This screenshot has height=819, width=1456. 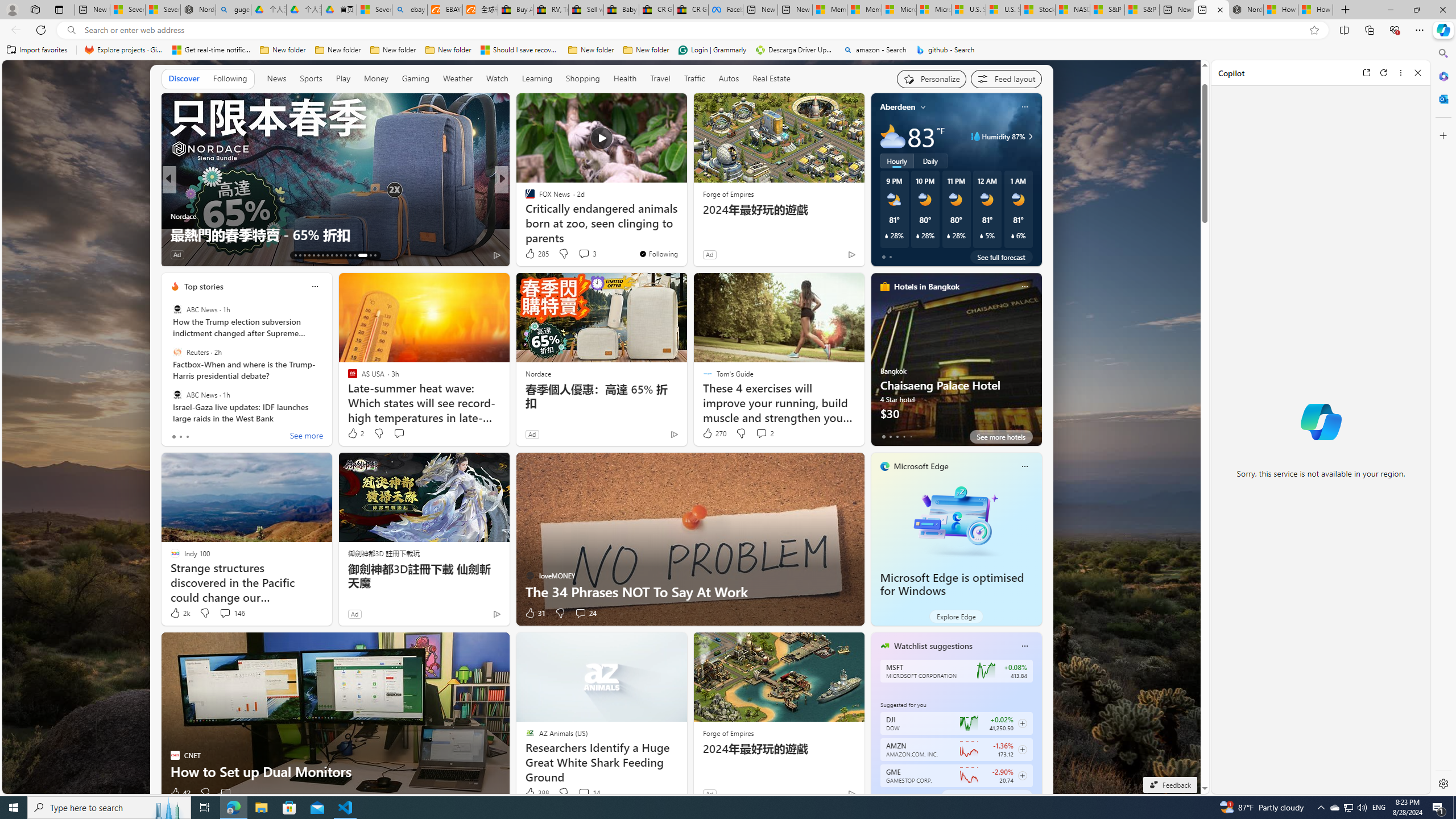 What do you see at coordinates (531, 254) in the screenshot?
I see `'22 Like'` at bounding box center [531, 254].